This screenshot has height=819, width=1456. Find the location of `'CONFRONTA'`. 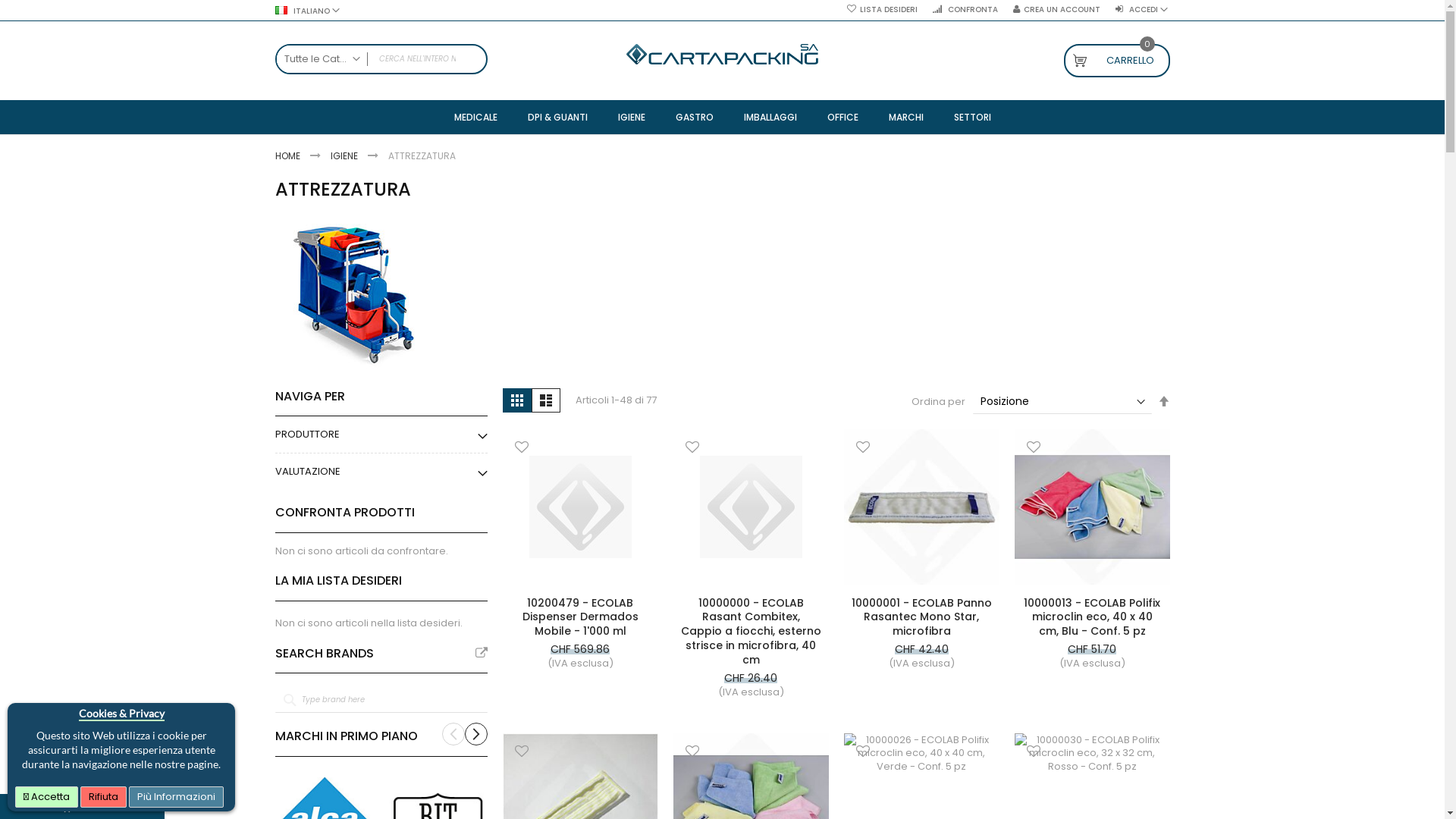

'CONFRONTA' is located at coordinates (964, 9).